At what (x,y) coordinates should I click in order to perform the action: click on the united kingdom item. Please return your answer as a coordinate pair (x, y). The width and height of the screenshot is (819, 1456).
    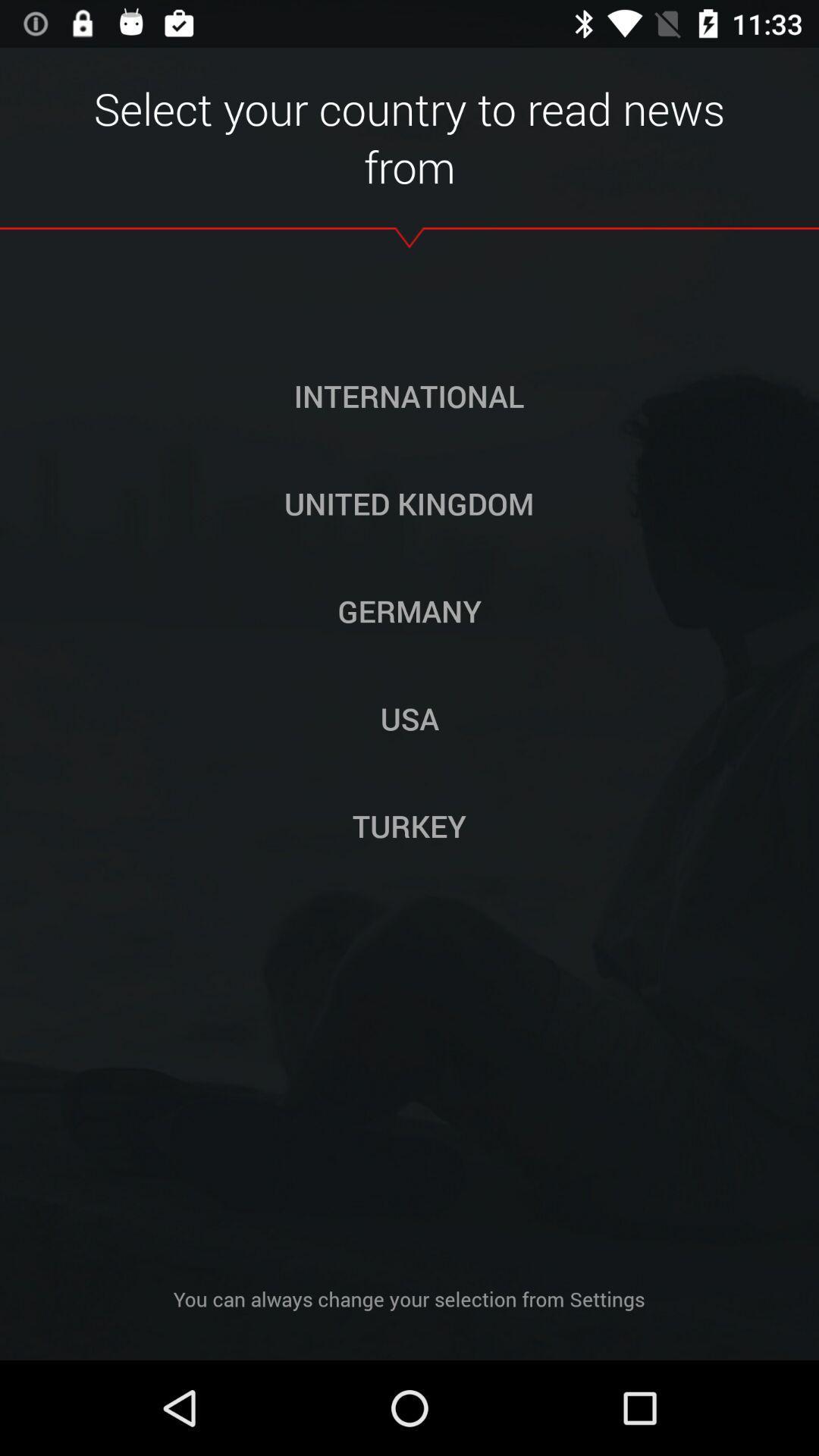
    Looking at the image, I should click on (408, 503).